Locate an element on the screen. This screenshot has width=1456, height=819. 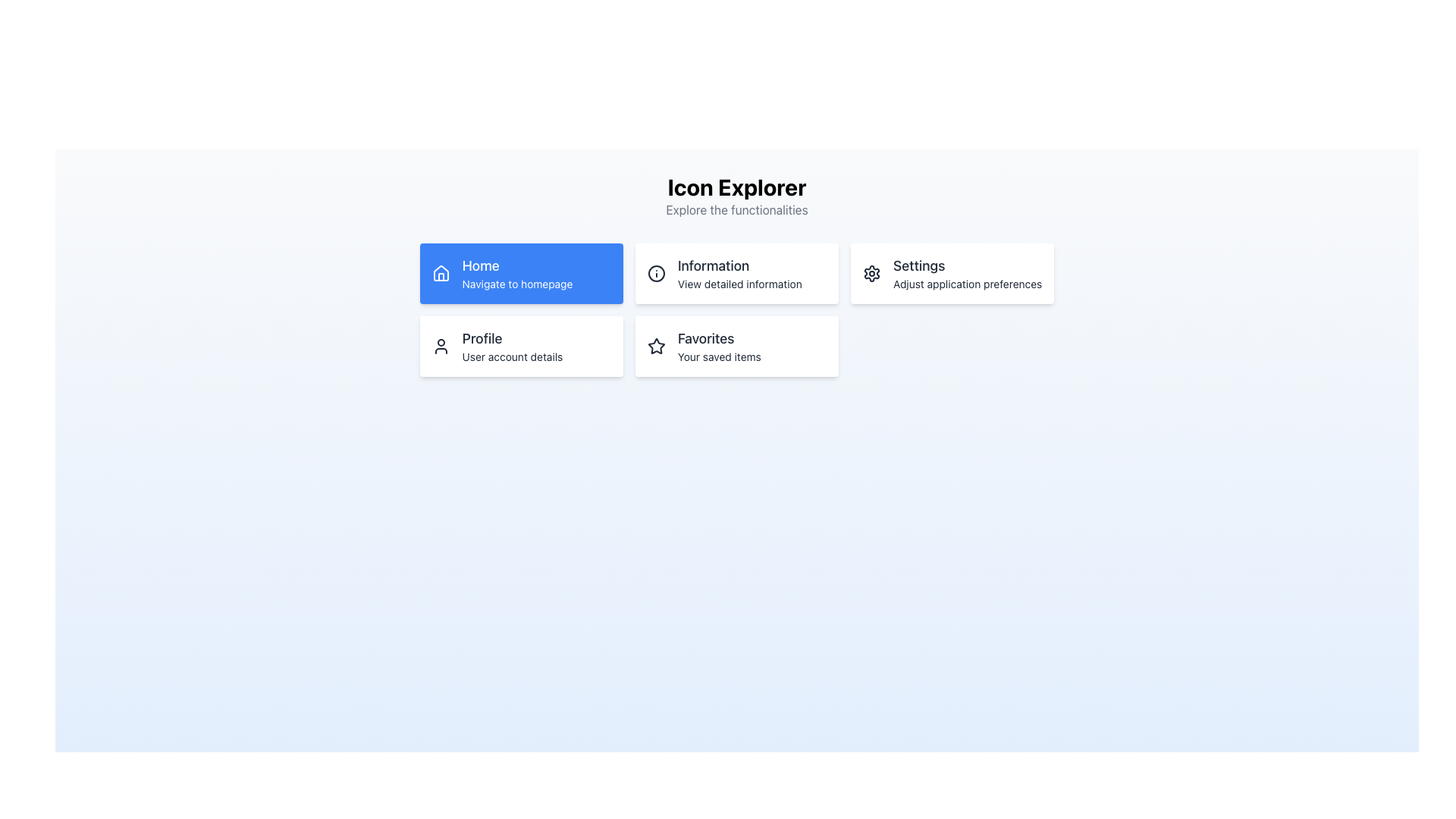
the text label displaying 'Your saved items' which is located below the 'Favorites' section in the lower-right part of the grid is located at coordinates (718, 356).